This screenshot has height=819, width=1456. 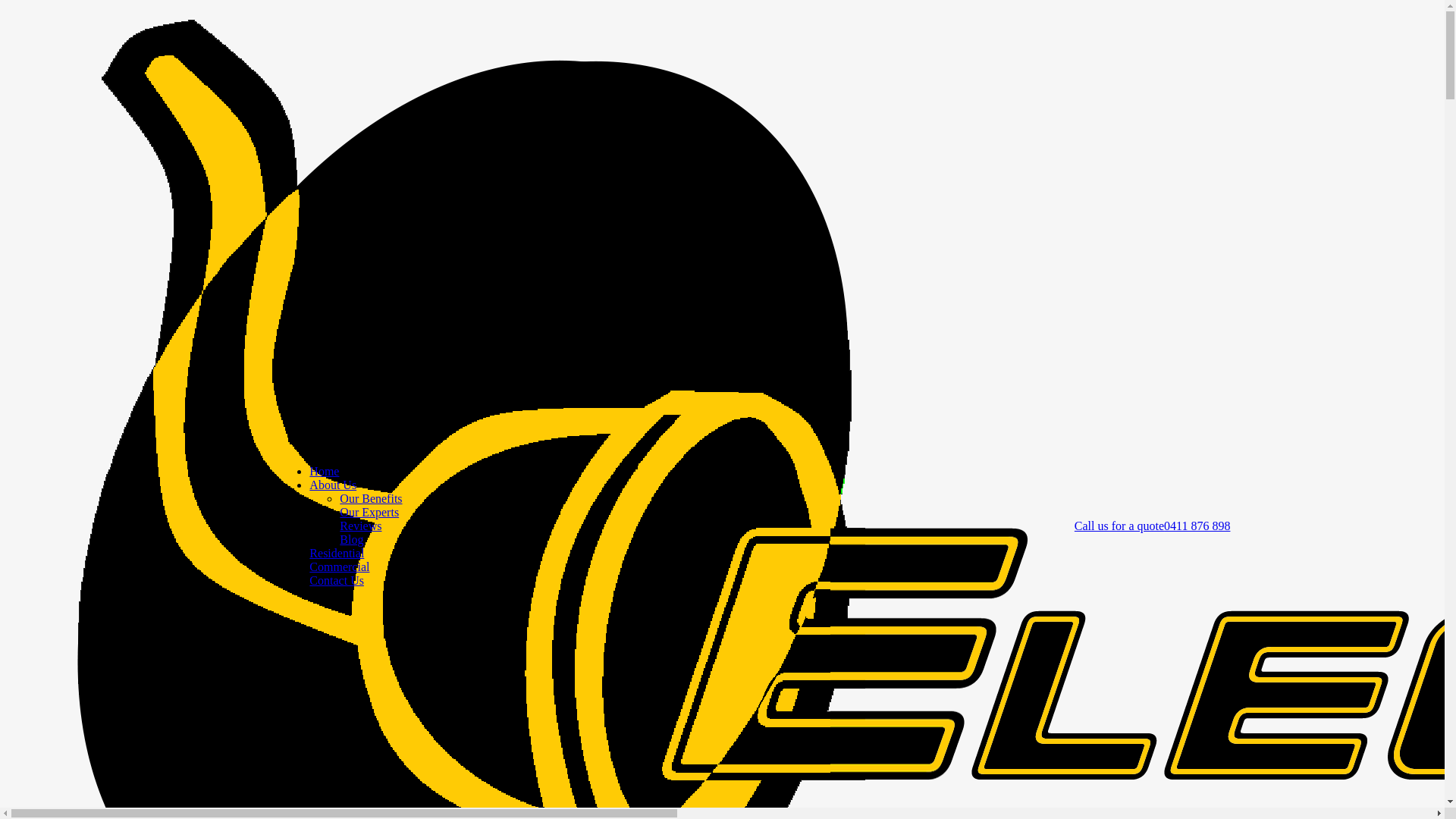 I want to click on 'Reviews', so click(x=359, y=525).